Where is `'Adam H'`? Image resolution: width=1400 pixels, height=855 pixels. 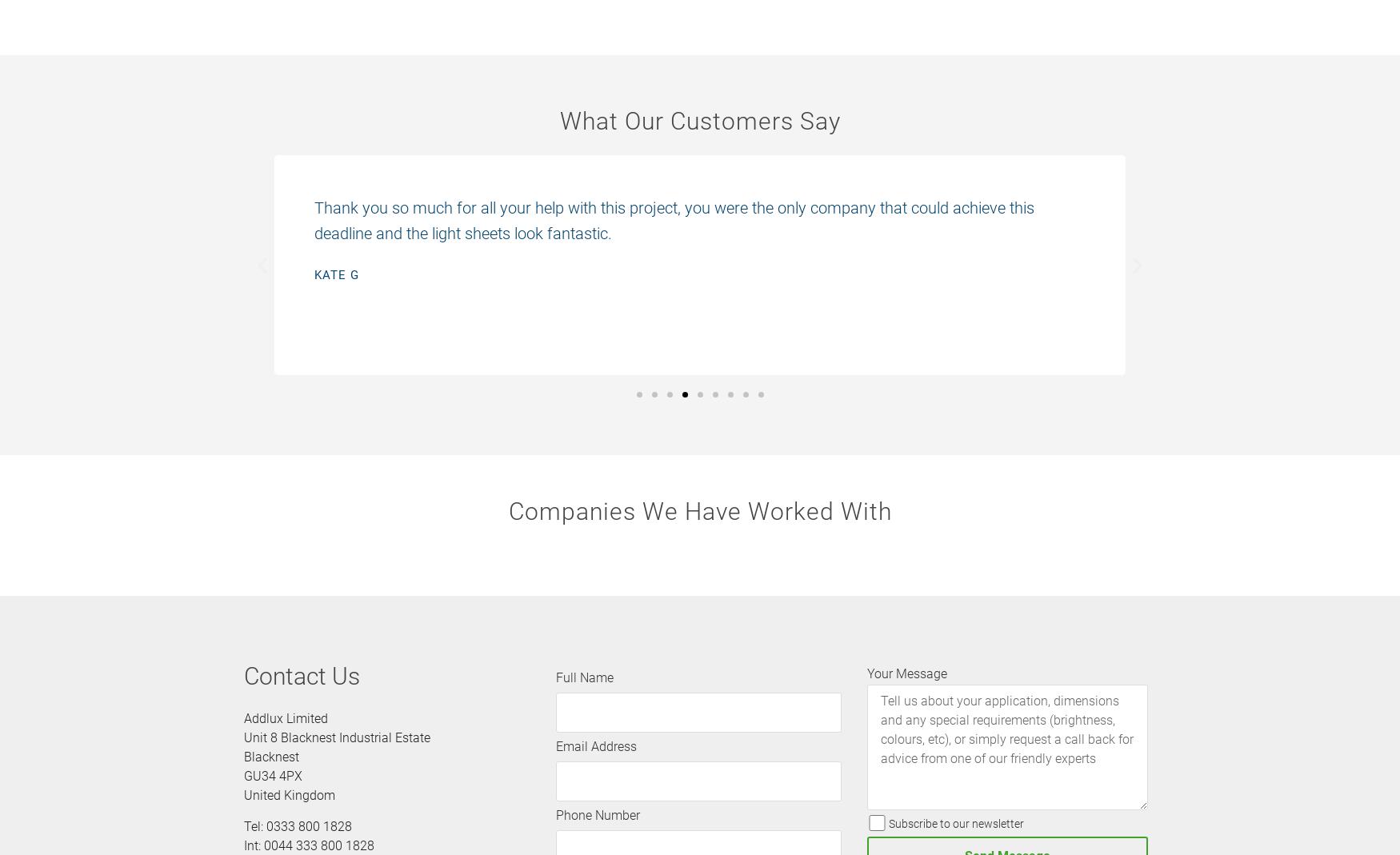 'Adam H' is located at coordinates (1199, 247).